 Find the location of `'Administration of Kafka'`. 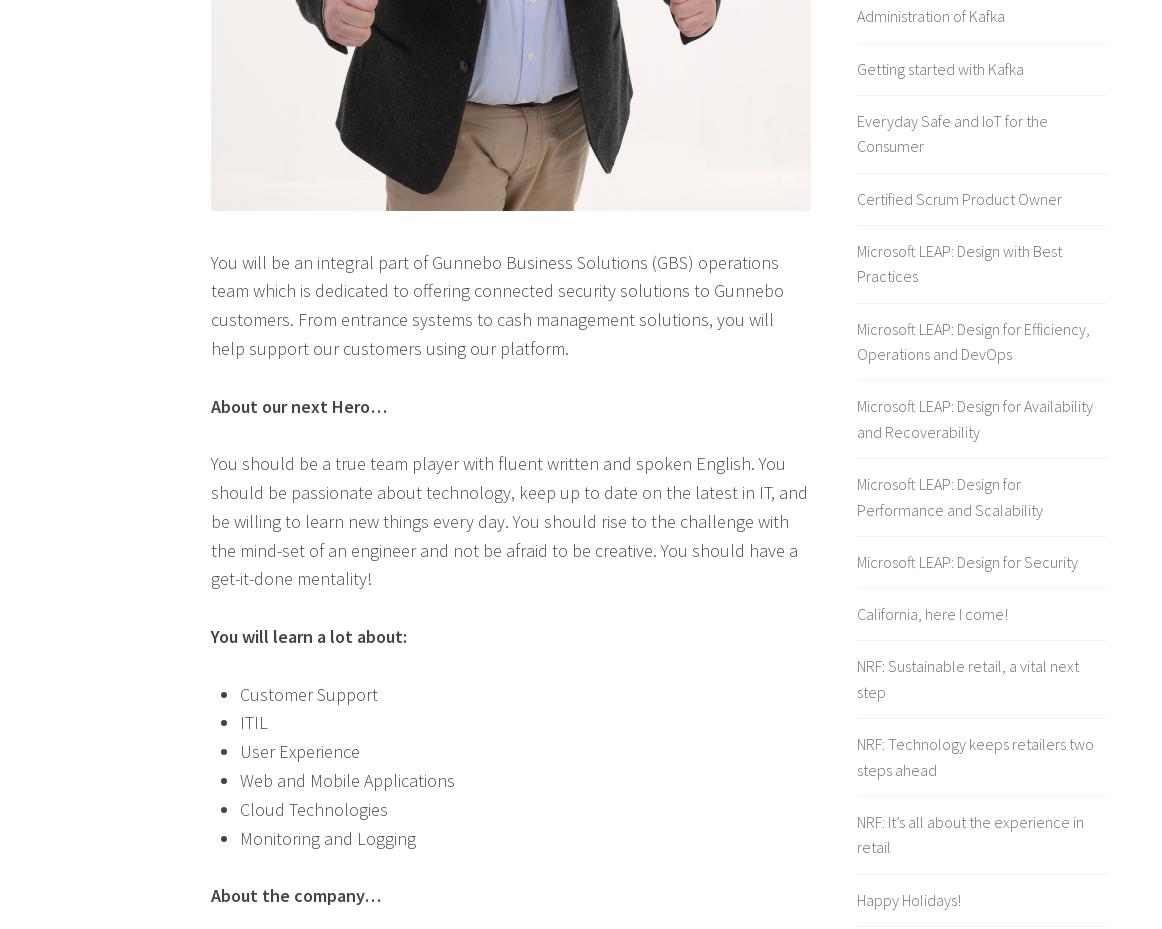

'Administration of Kafka' is located at coordinates (930, 14).